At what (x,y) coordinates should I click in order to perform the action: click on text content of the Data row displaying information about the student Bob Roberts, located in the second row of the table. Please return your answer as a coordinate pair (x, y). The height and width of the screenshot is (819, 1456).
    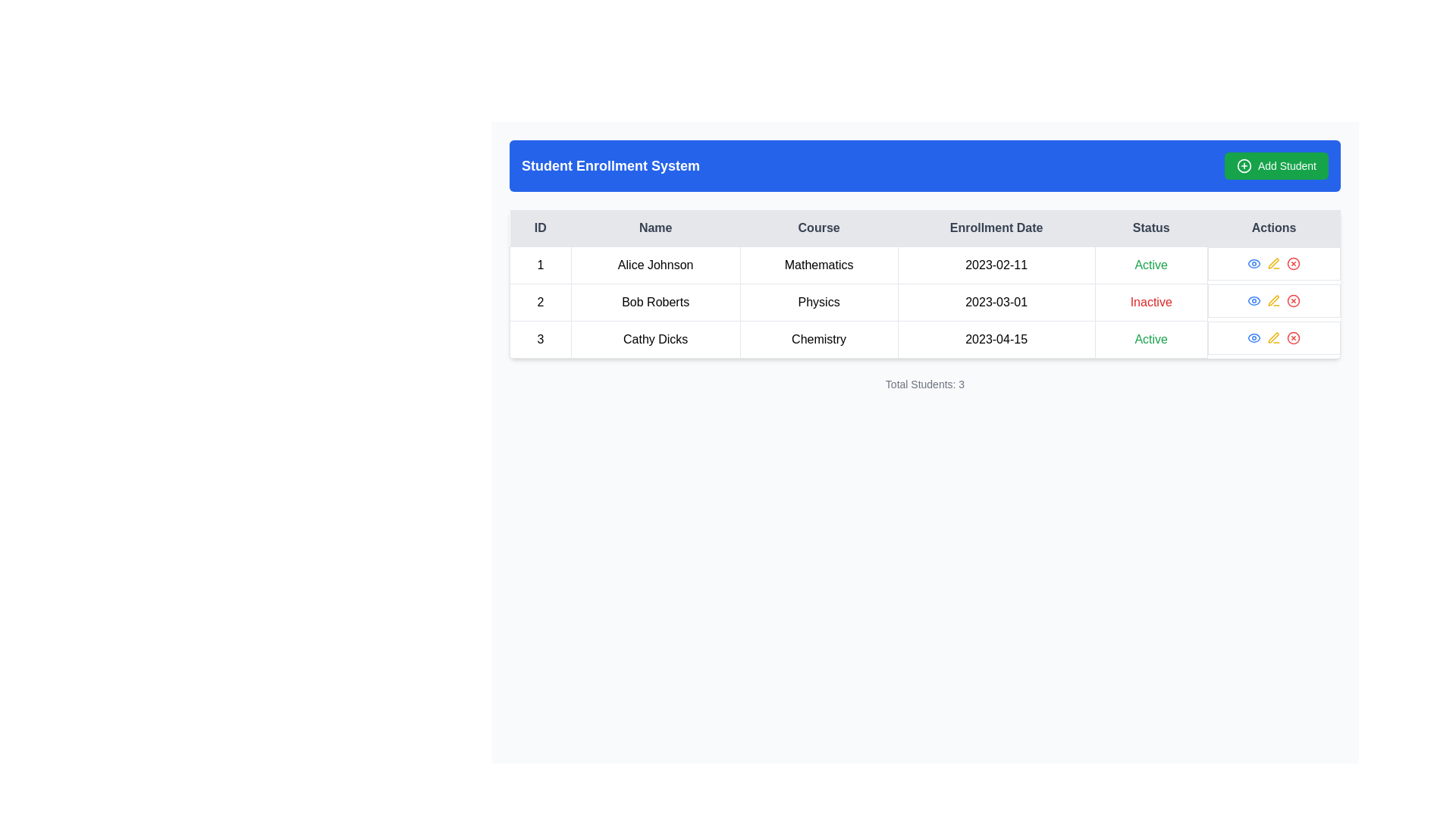
    Looking at the image, I should click on (924, 302).